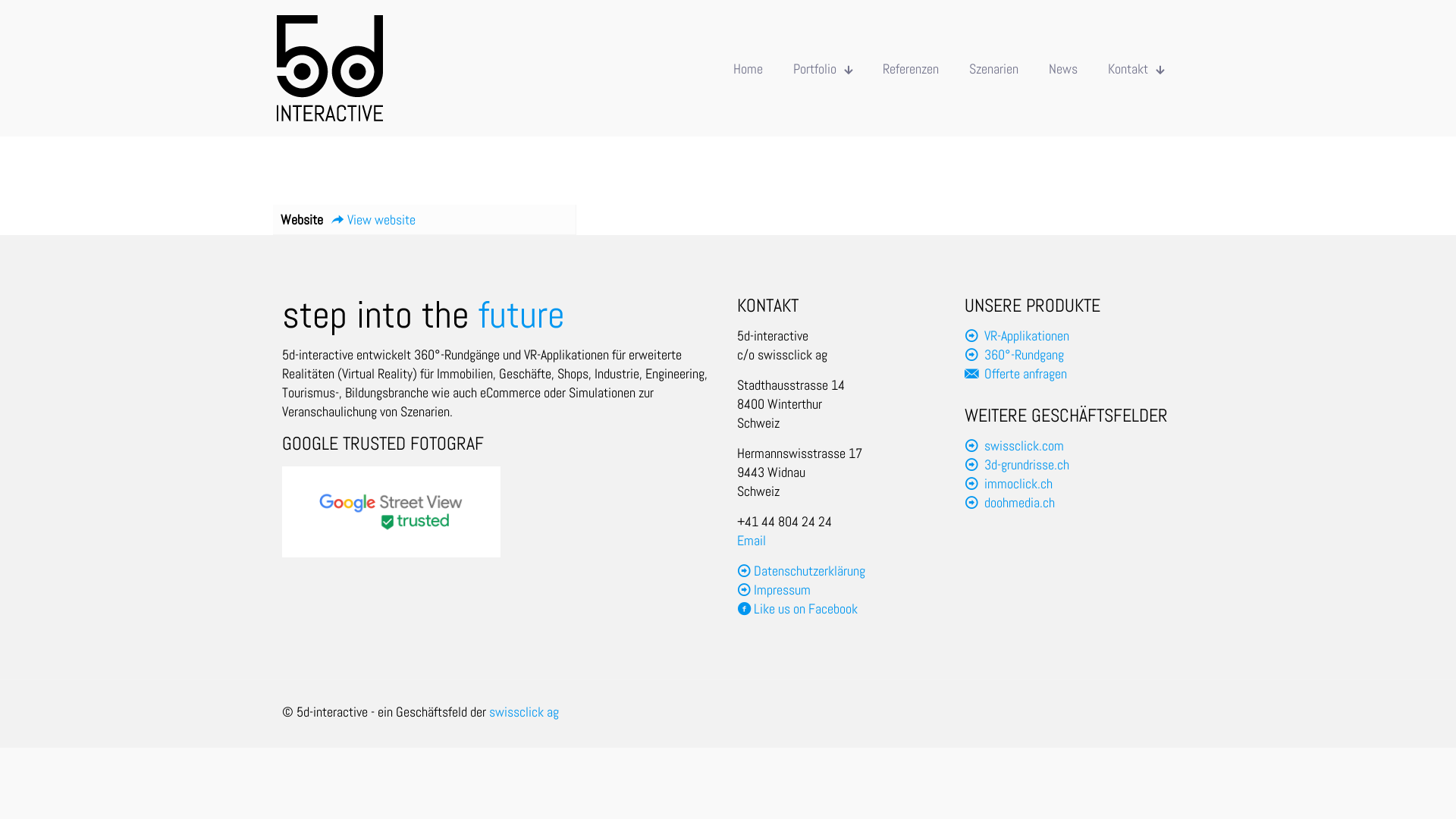 The image size is (1456, 819). What do you see at coordinates (1033, 67) in the screenshot?
I see `'News'` at bounding box center [1033, 67].